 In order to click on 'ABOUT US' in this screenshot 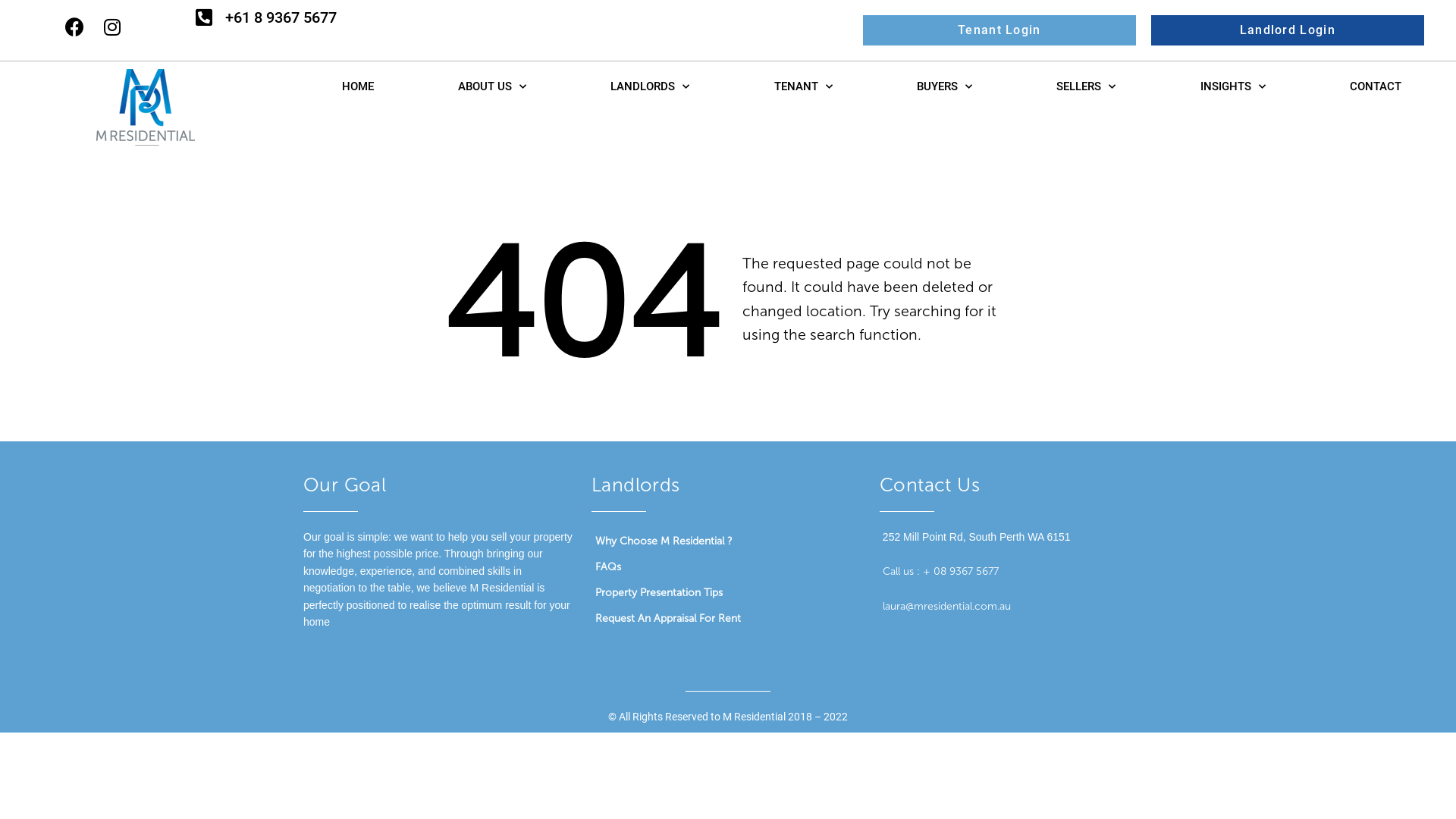, I will do `click(415, 86)`.